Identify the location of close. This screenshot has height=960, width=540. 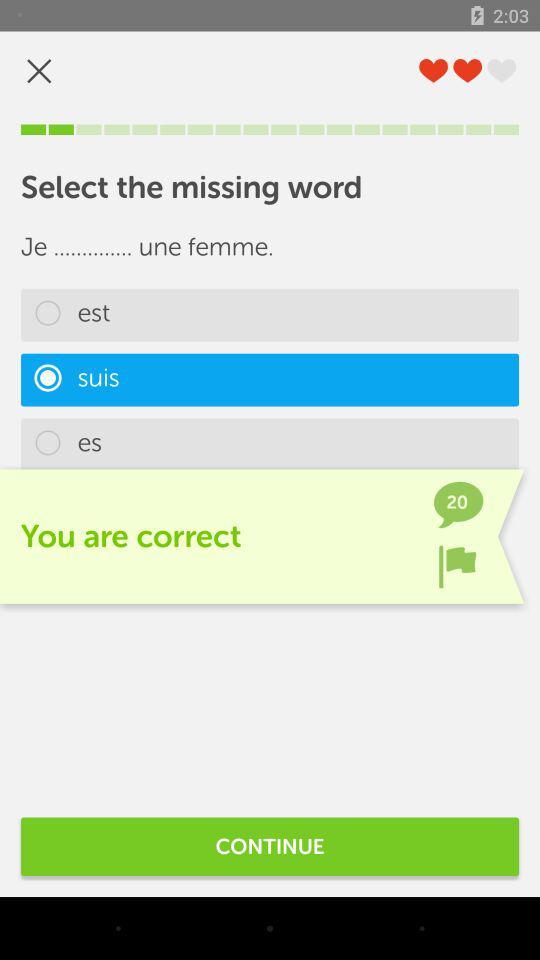
(39, 71).